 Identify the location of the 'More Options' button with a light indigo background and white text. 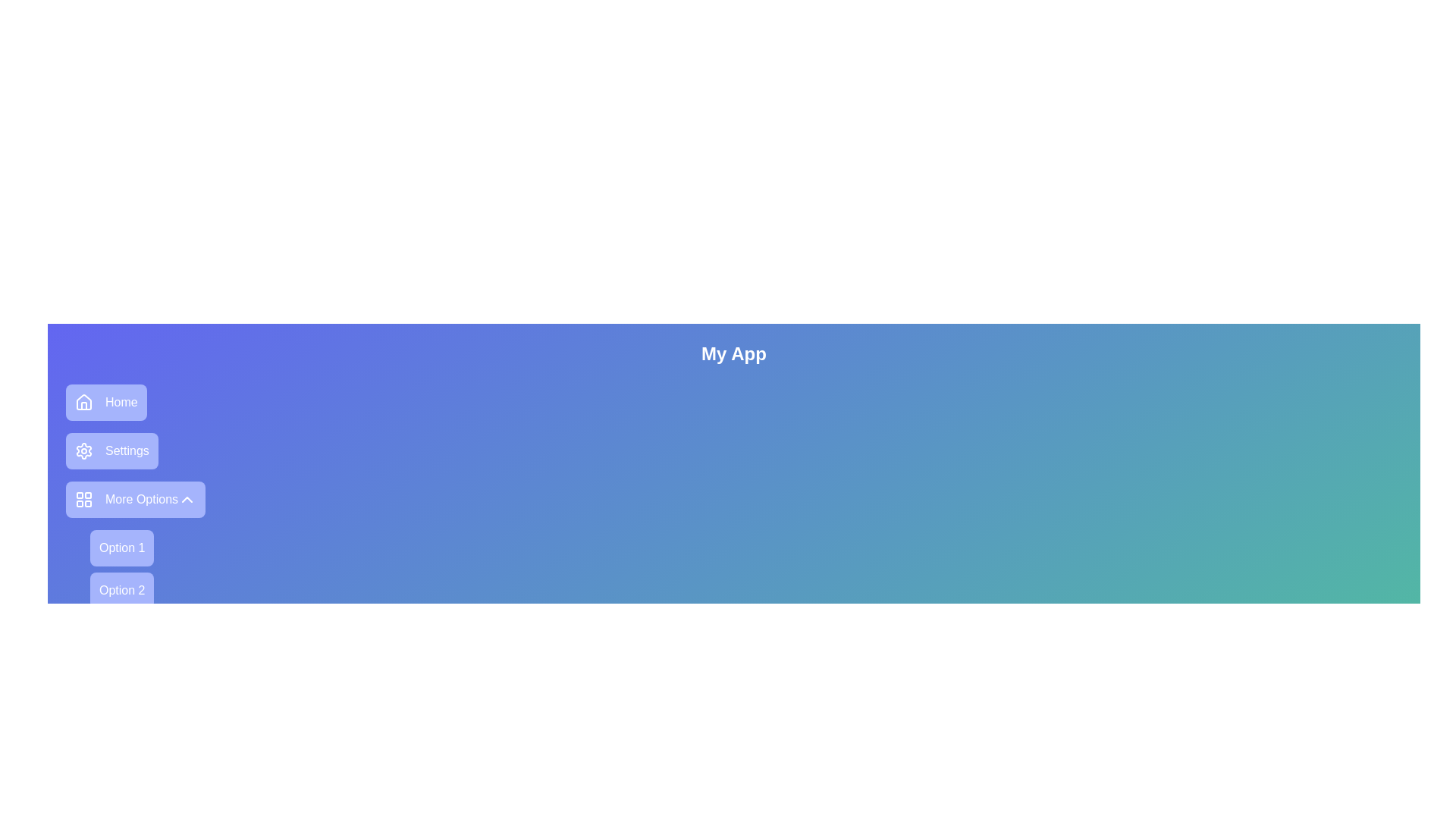
(135, 500).